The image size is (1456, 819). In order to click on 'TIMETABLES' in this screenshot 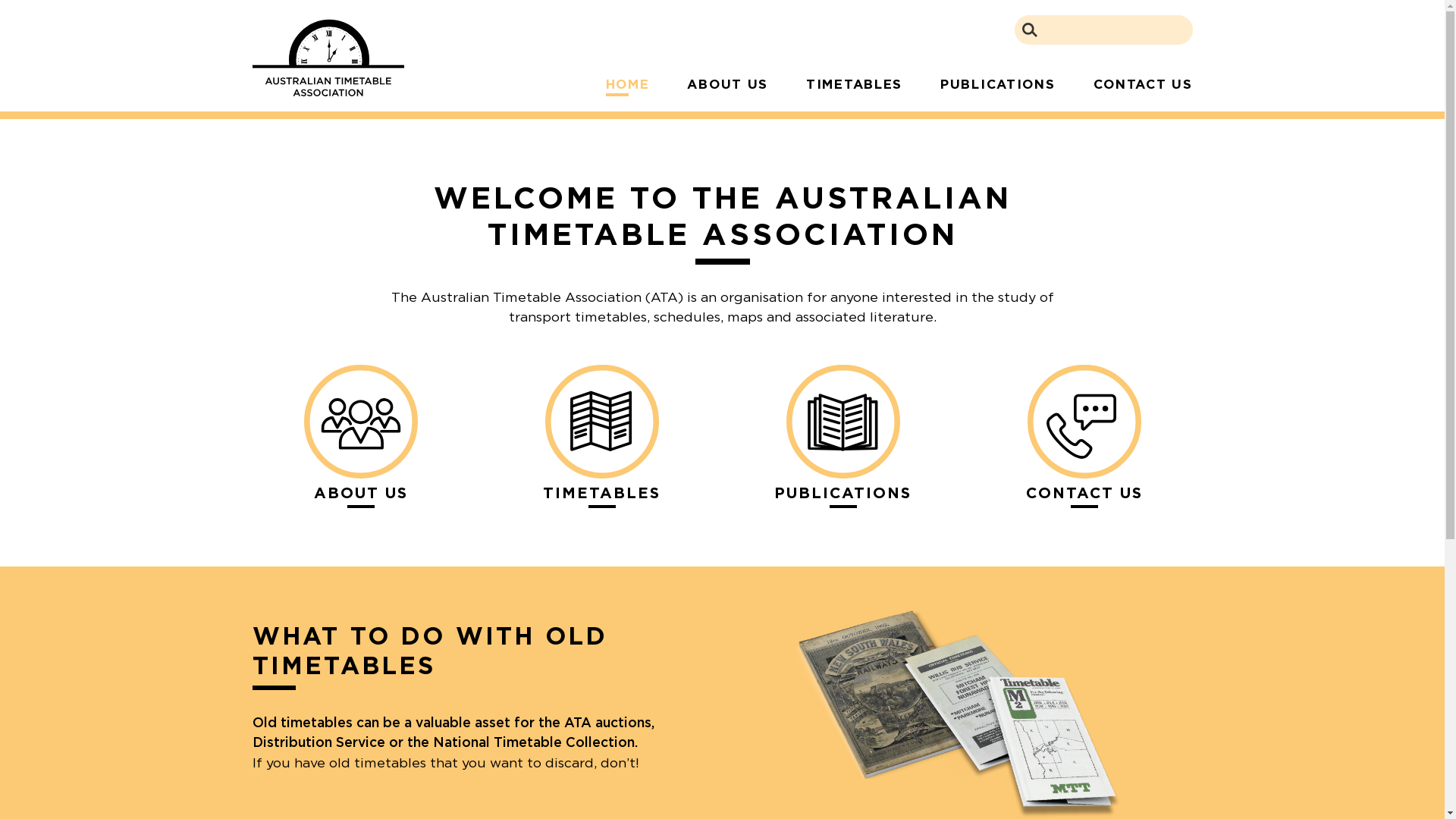, I will do `click(854, 84)`.